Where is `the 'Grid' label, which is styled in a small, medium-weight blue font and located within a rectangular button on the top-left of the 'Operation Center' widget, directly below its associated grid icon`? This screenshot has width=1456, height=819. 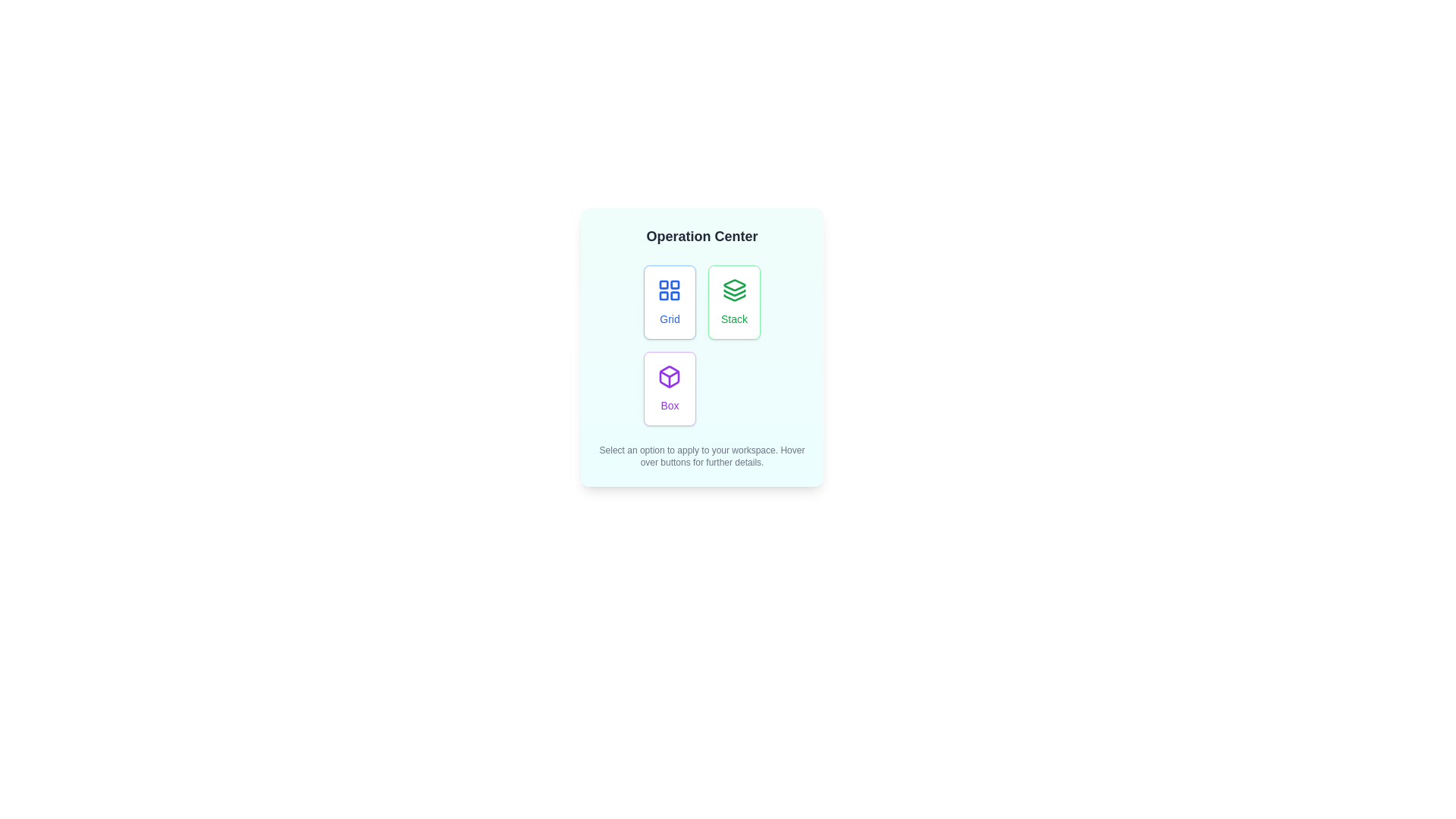 the 'Grid' label, which is styled in a small, medium-weight blue font and located within a rectangular button on the top-left of the 'Operation Center' widget, directly below its associated grid icon is located at coordinates (669, 318).